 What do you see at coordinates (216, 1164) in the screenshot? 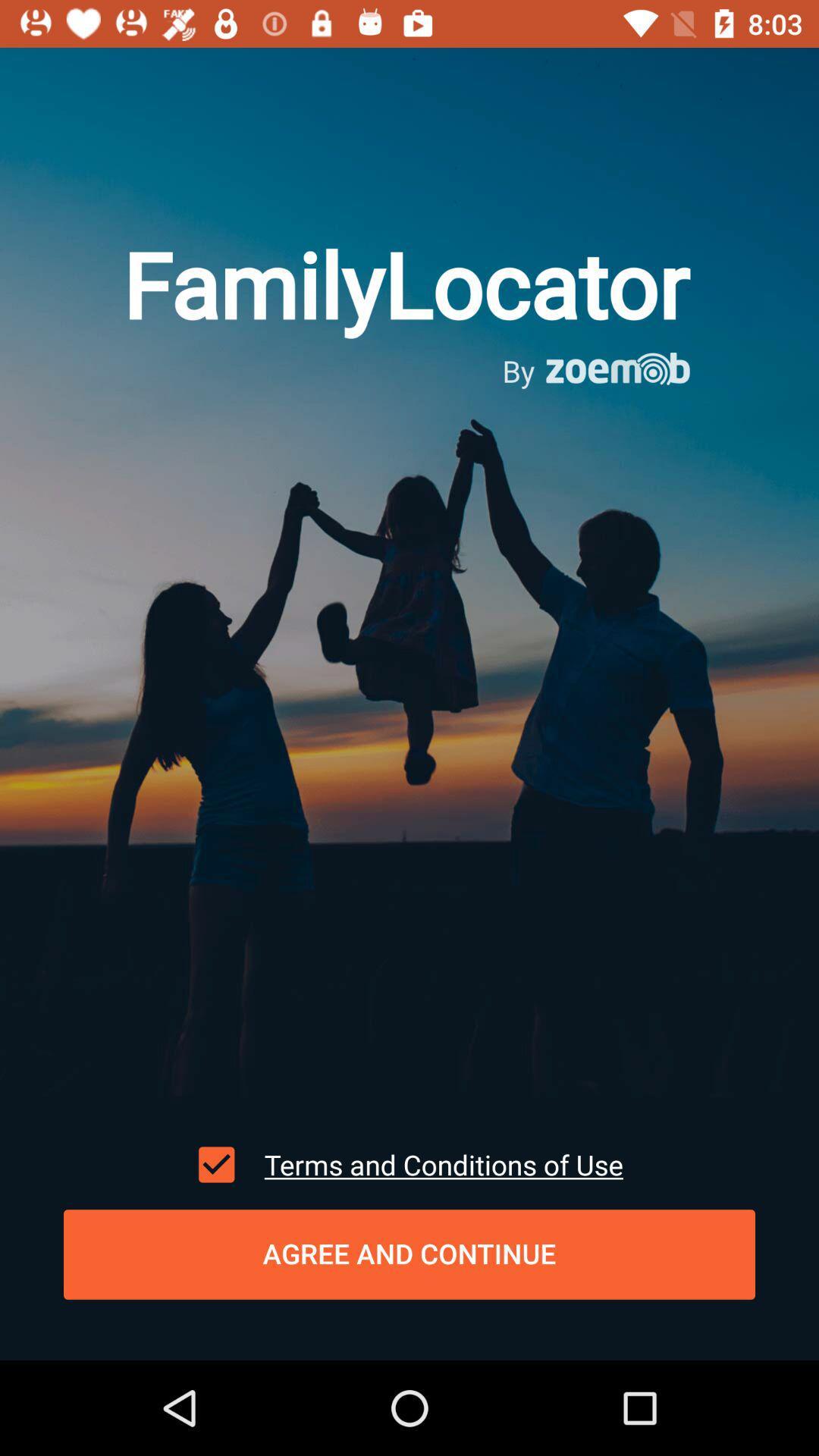
I see `icon next to the terms and conditions icon` at bounding box center [216, 1164].